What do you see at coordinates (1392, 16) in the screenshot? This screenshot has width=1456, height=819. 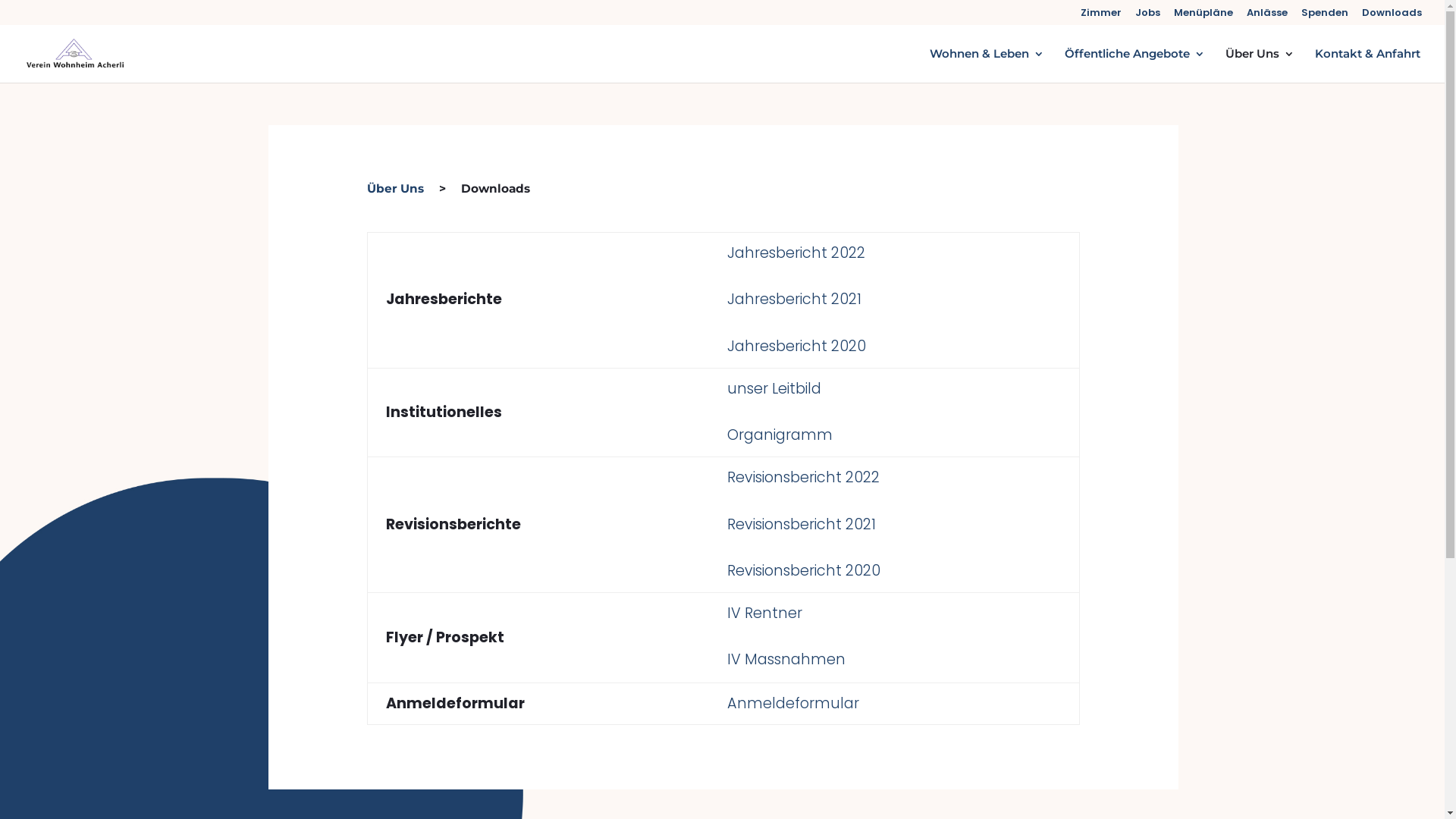 I see `'Downloads'` at bounding box center [1392, 16].